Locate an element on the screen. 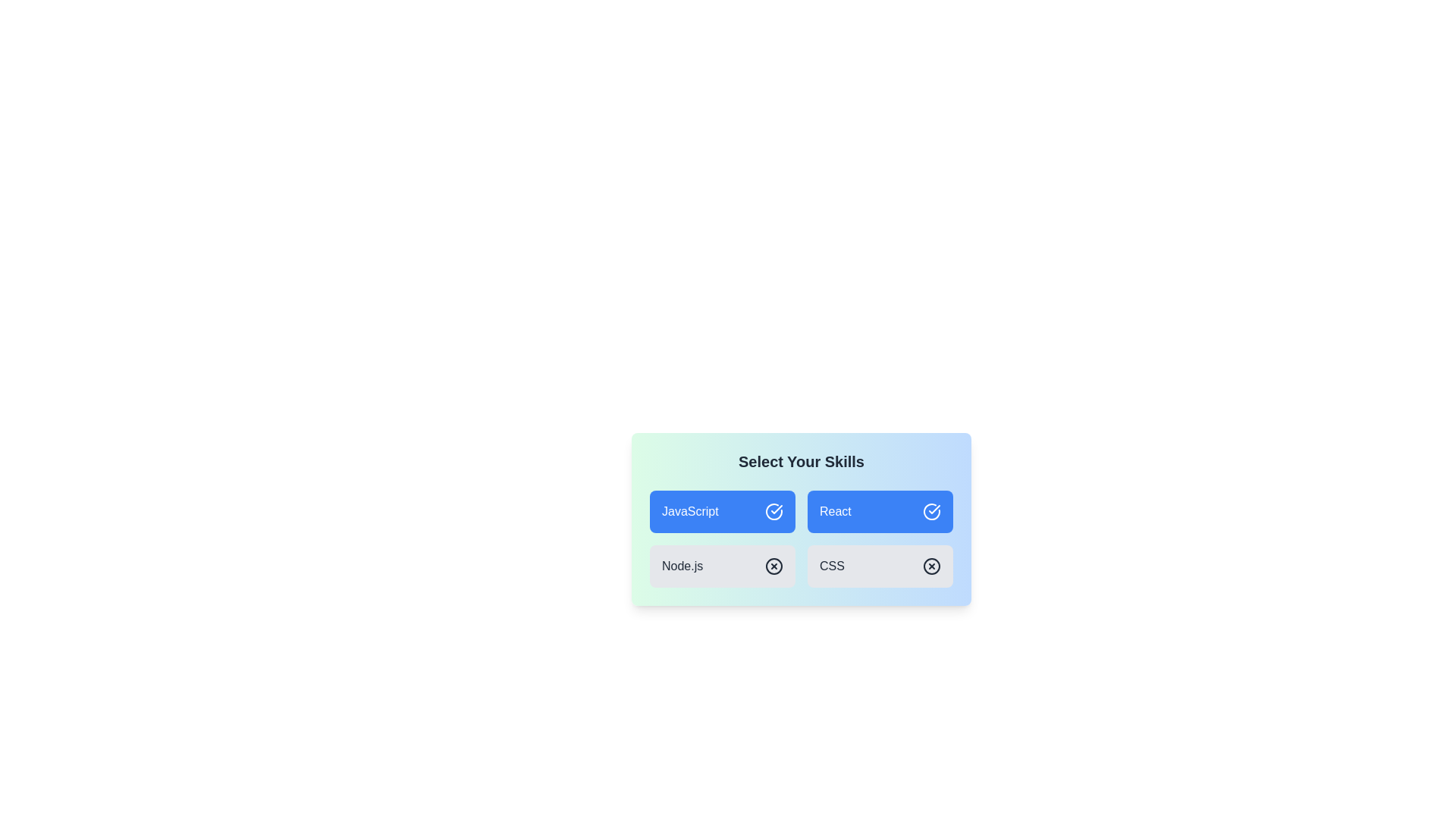 This screenshot has width=1456, height=819. the skill item JavaScript by clicking on it is located at coordinates (722, 512).